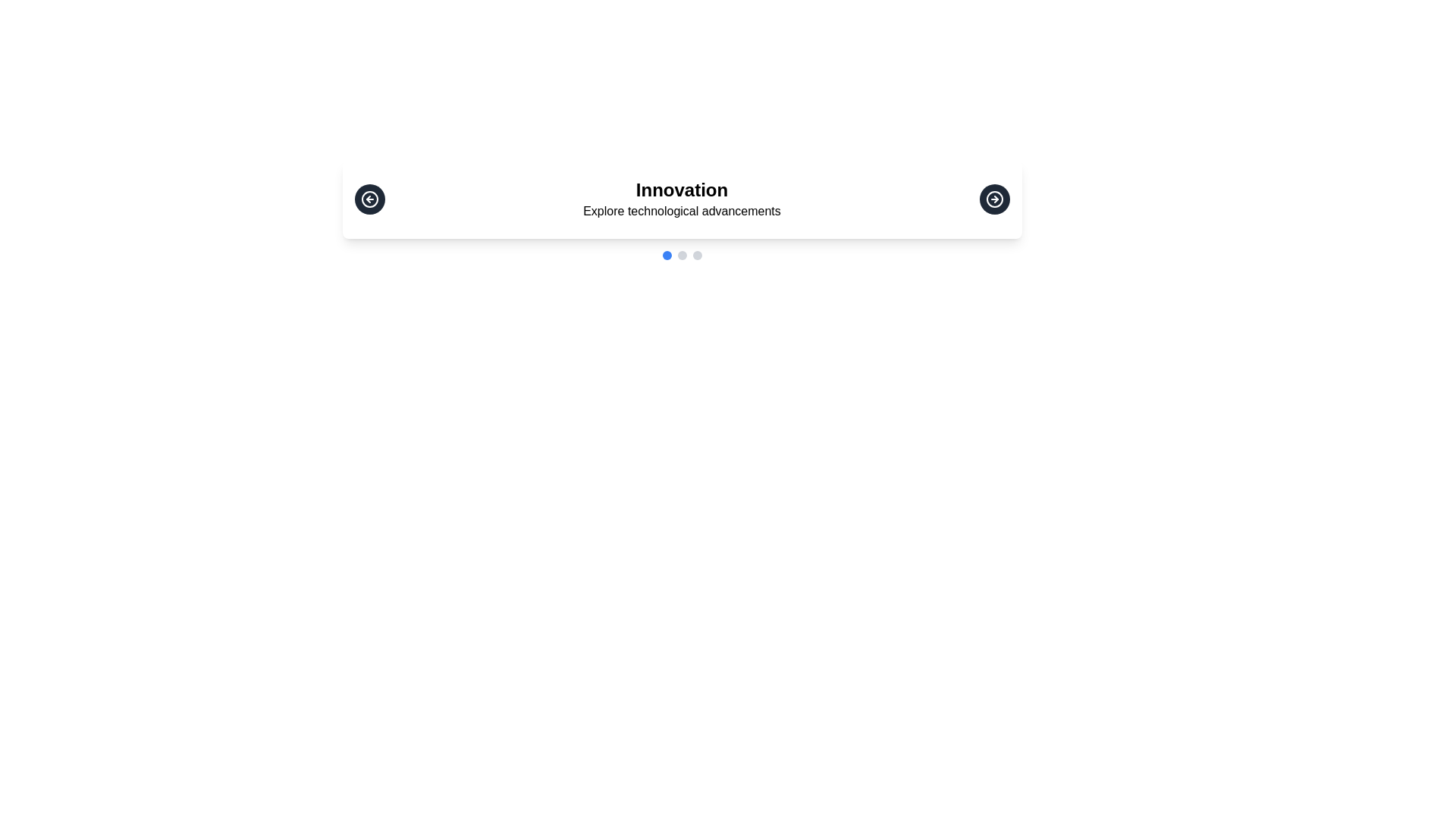  Describe the element at coordinates (681, 254) in the screenshot. I see `the second gray circular indicator in the group of step dots located below the 'Innovation' title section` at that location.